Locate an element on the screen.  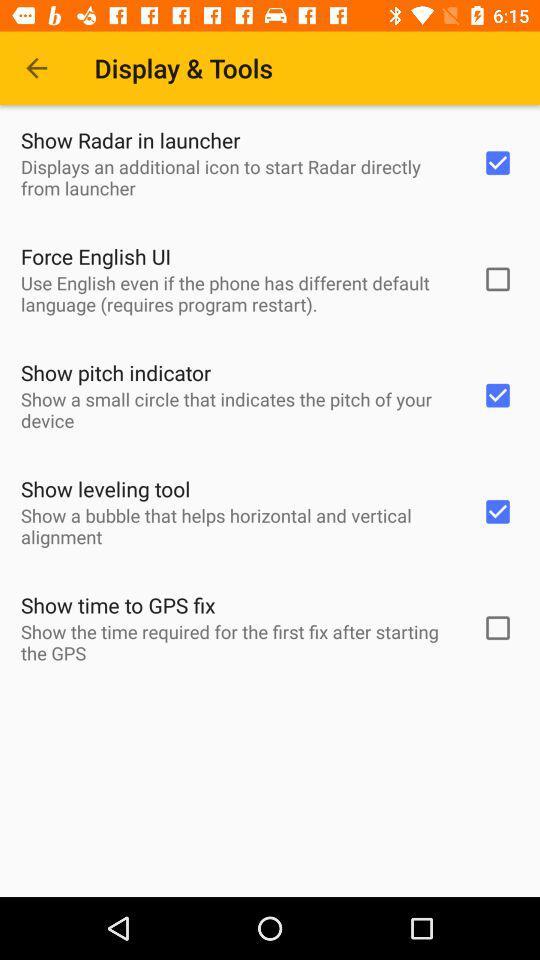
the use english even icon is located at coordinates (238, 292).